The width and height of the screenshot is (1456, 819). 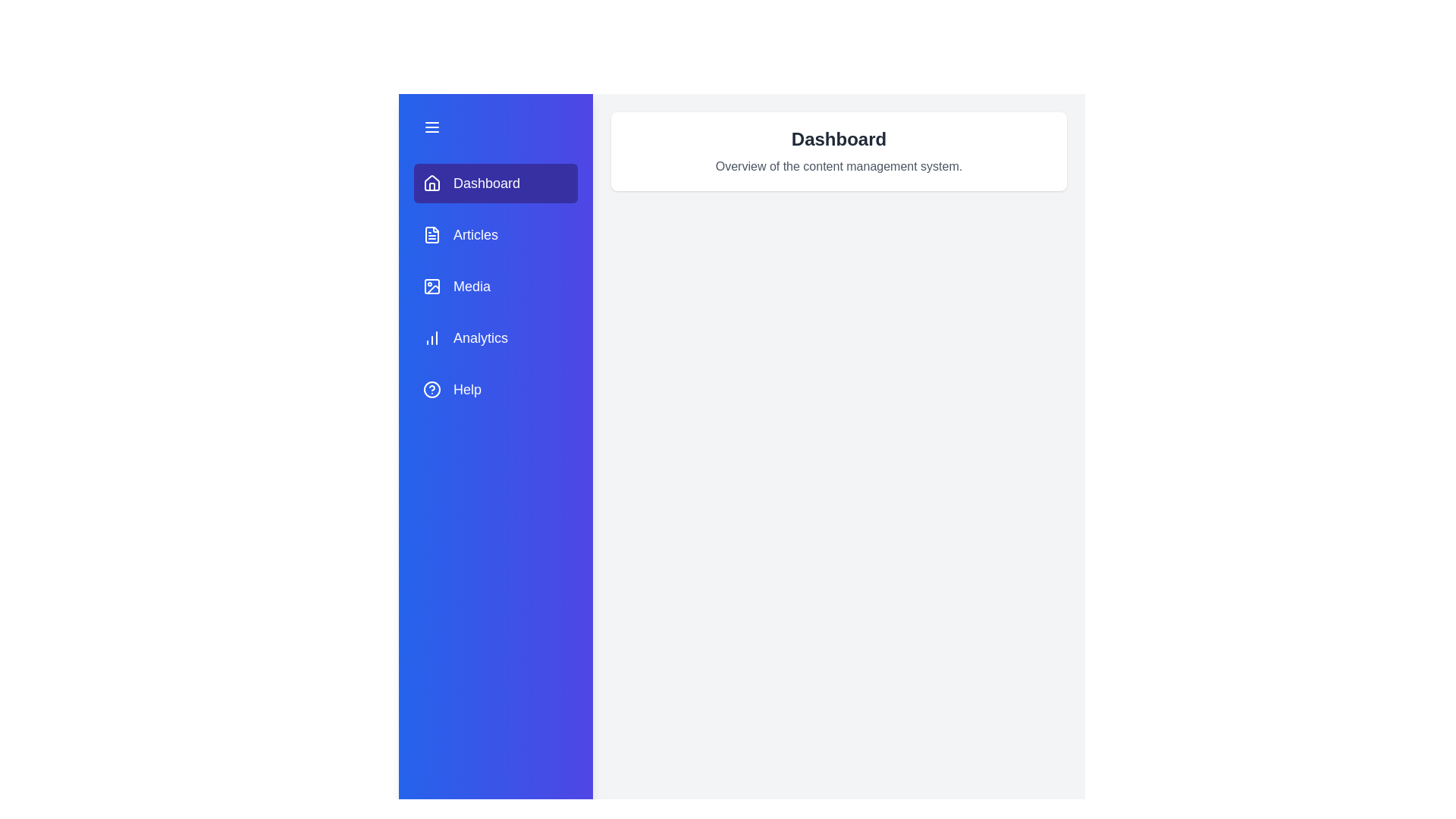 What do you see at coordinates (431, 183) in the screenshot?
I see `the icon next to the tab labeled Dashboard to inspect its details` at bounding box center [431, 183].